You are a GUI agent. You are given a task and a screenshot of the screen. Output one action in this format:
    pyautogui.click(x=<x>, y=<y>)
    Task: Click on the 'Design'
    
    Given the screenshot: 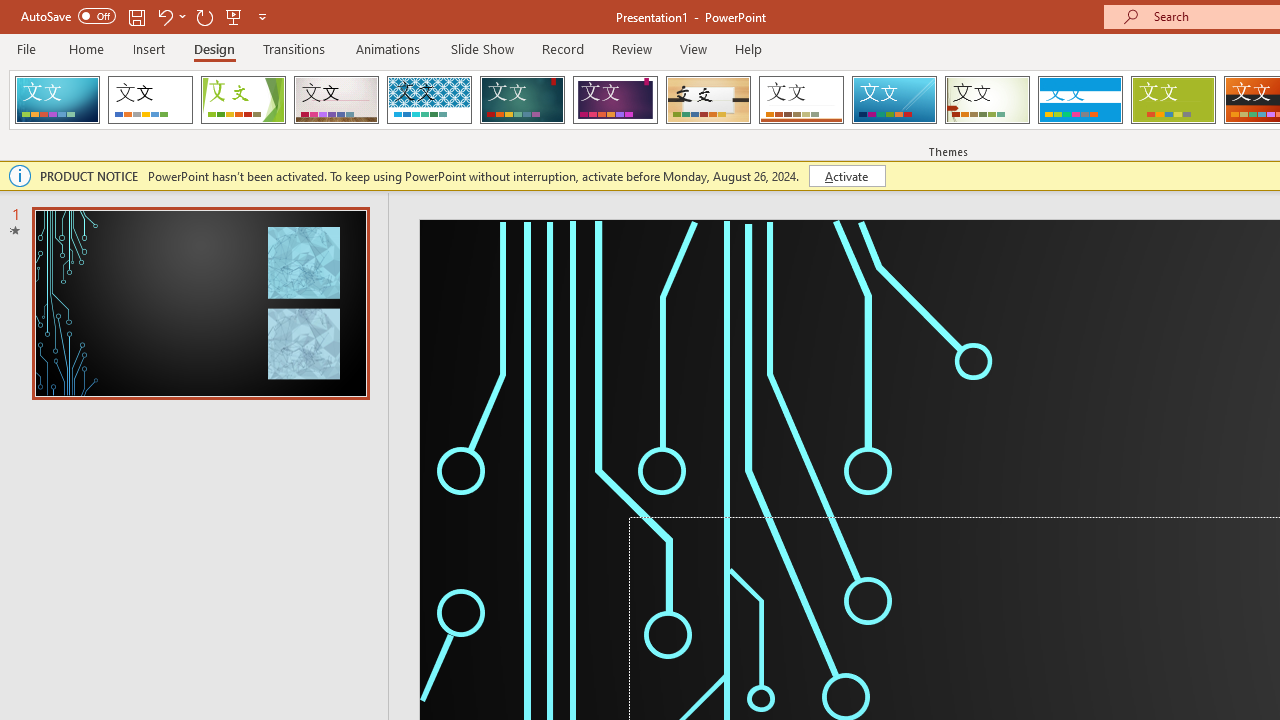 What is the action you would take?
    pyautogui.click(x=214, y=48)
    